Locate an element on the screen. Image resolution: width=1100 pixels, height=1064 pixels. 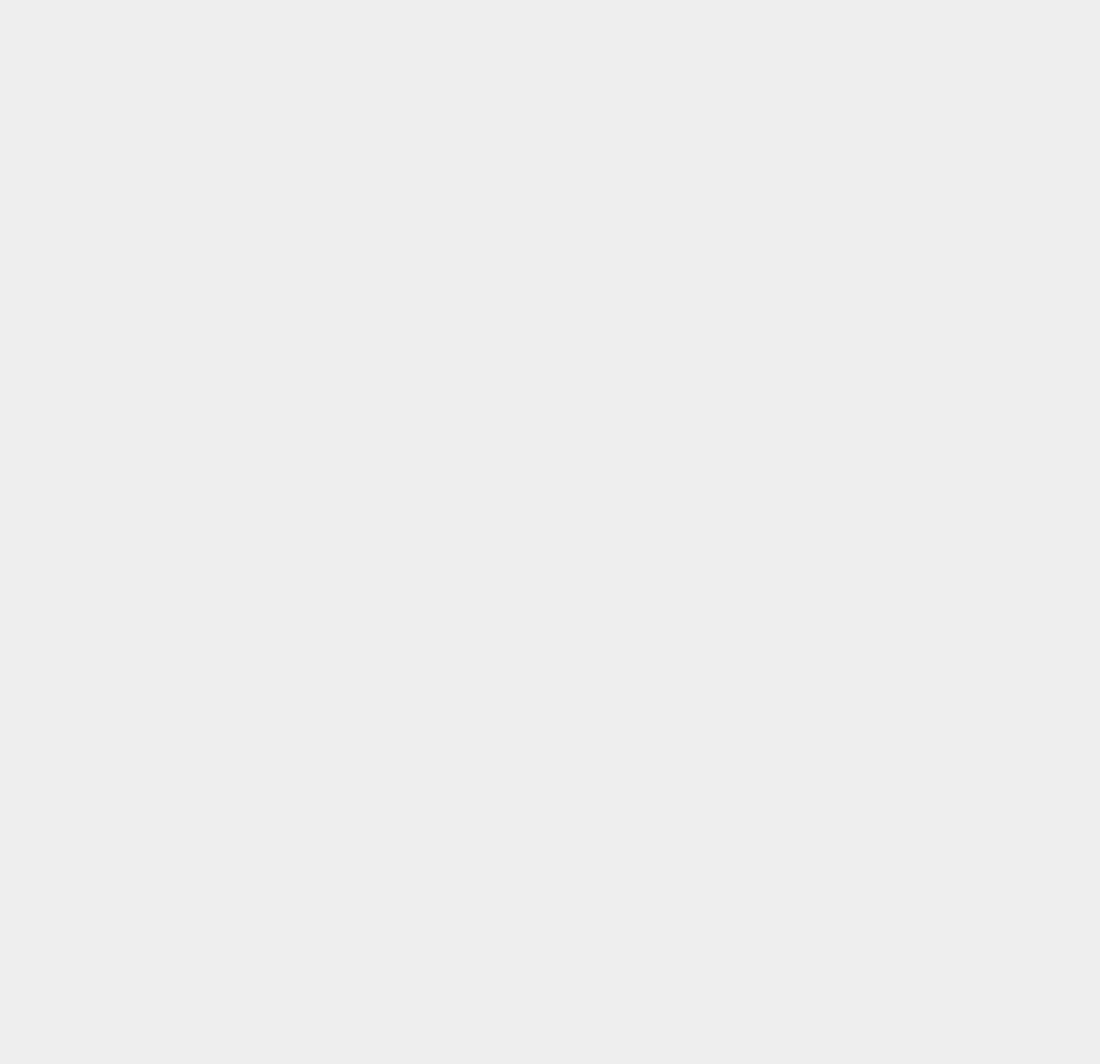
'Server' is located at coordinates (797, 483).